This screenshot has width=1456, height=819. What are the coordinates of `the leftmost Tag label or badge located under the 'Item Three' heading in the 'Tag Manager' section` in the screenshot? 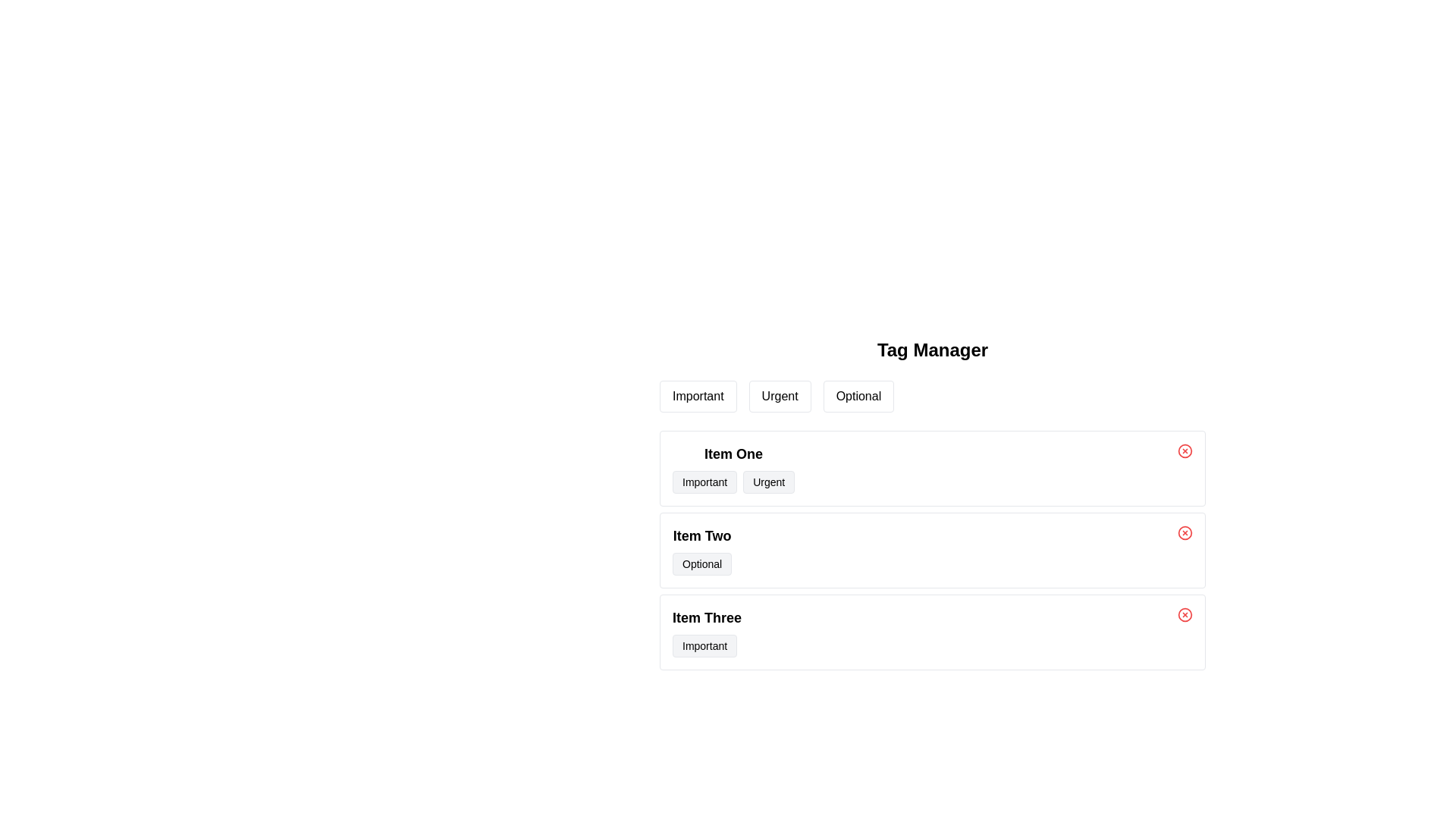 It's located at (705, 646).